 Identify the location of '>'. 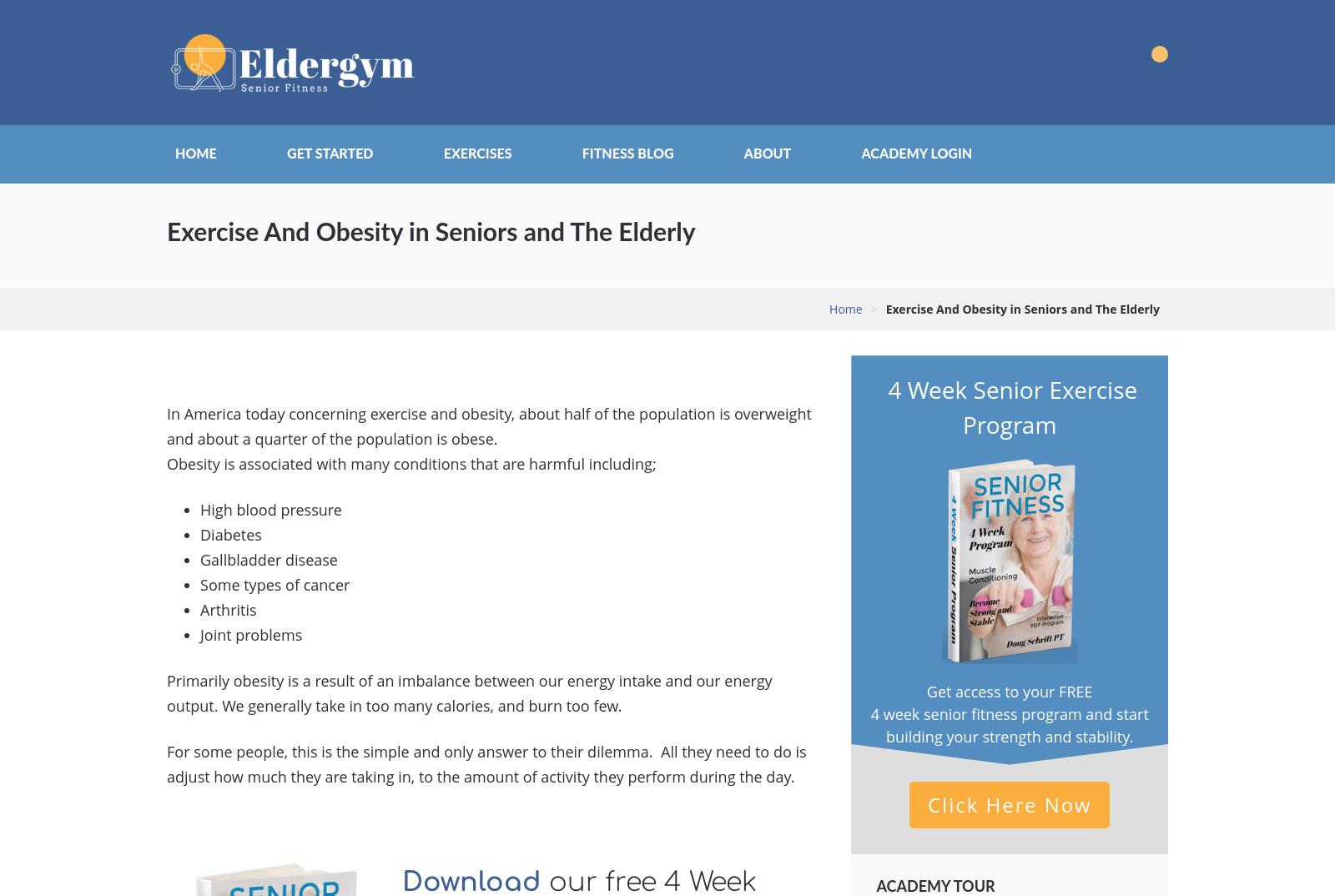
(874, 308).